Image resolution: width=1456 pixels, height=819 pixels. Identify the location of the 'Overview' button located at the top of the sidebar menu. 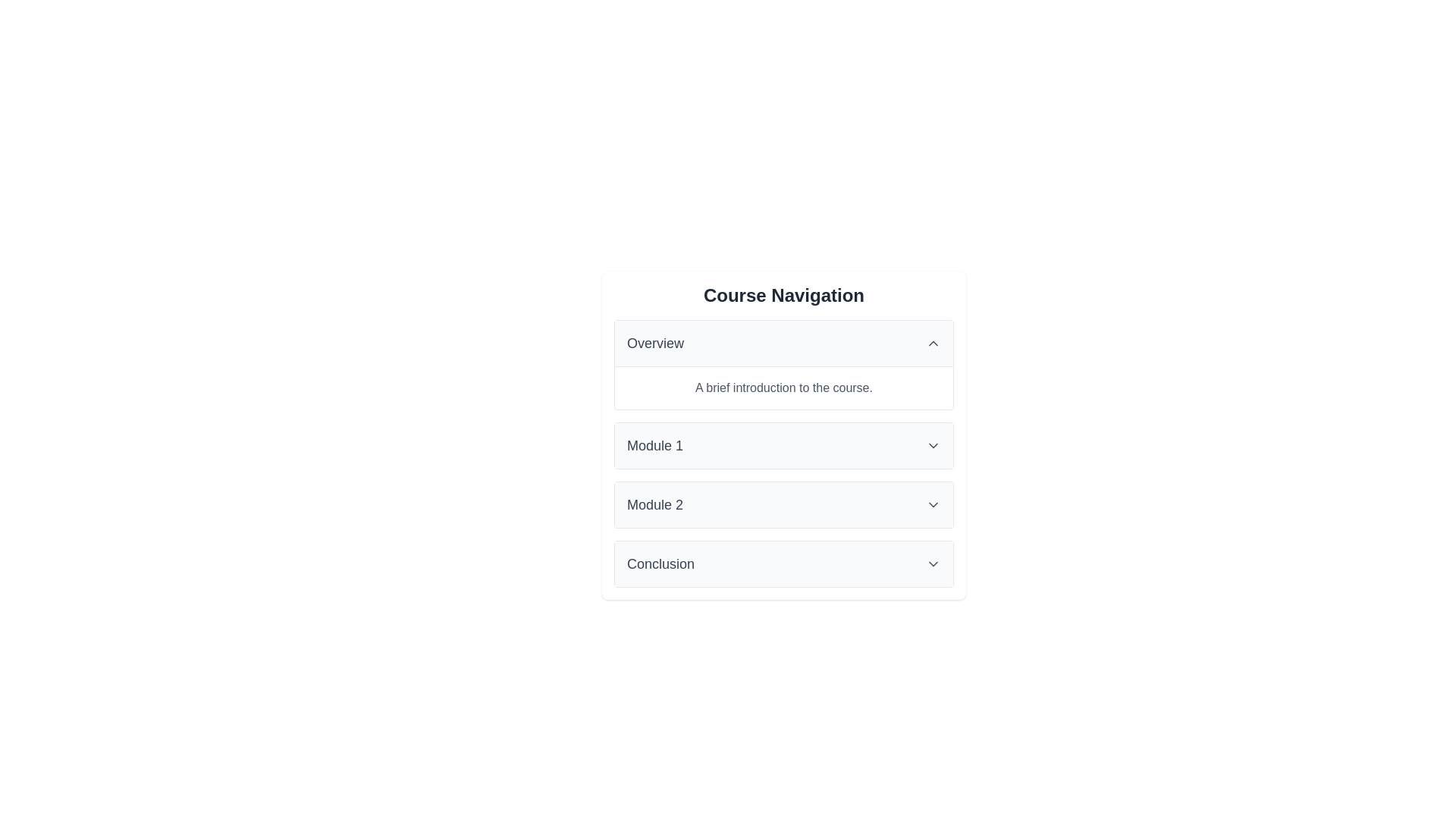
(783, 343).